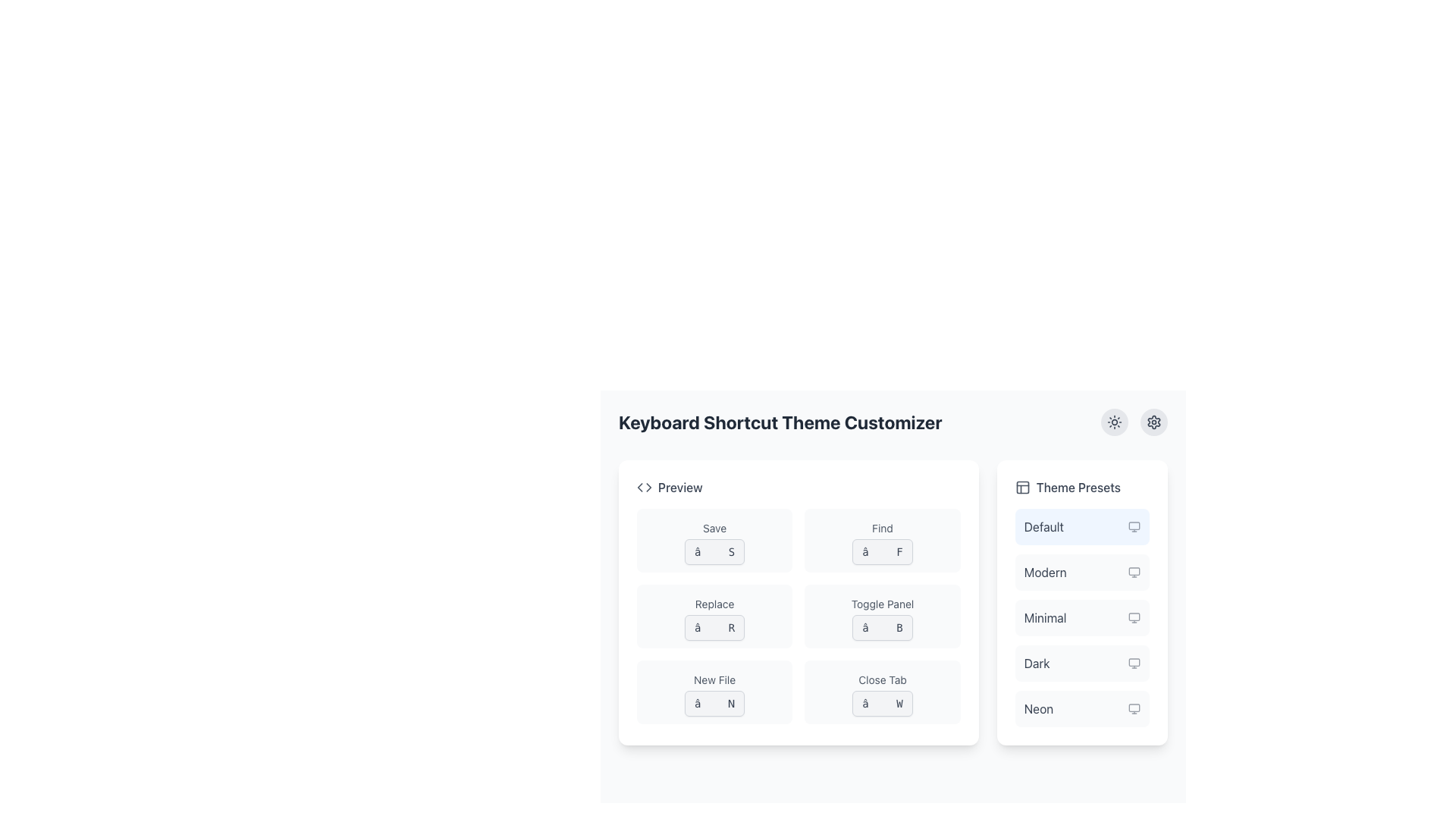 Image resolution: width=1456 pixels, height=819 pixels. Describe the element at coordinates (1081, 663) in the screenshot. I see `the 'Dark' button, which is a rectangular button with slightly rounded corners located in the 'Theme Presets' section` at that location.